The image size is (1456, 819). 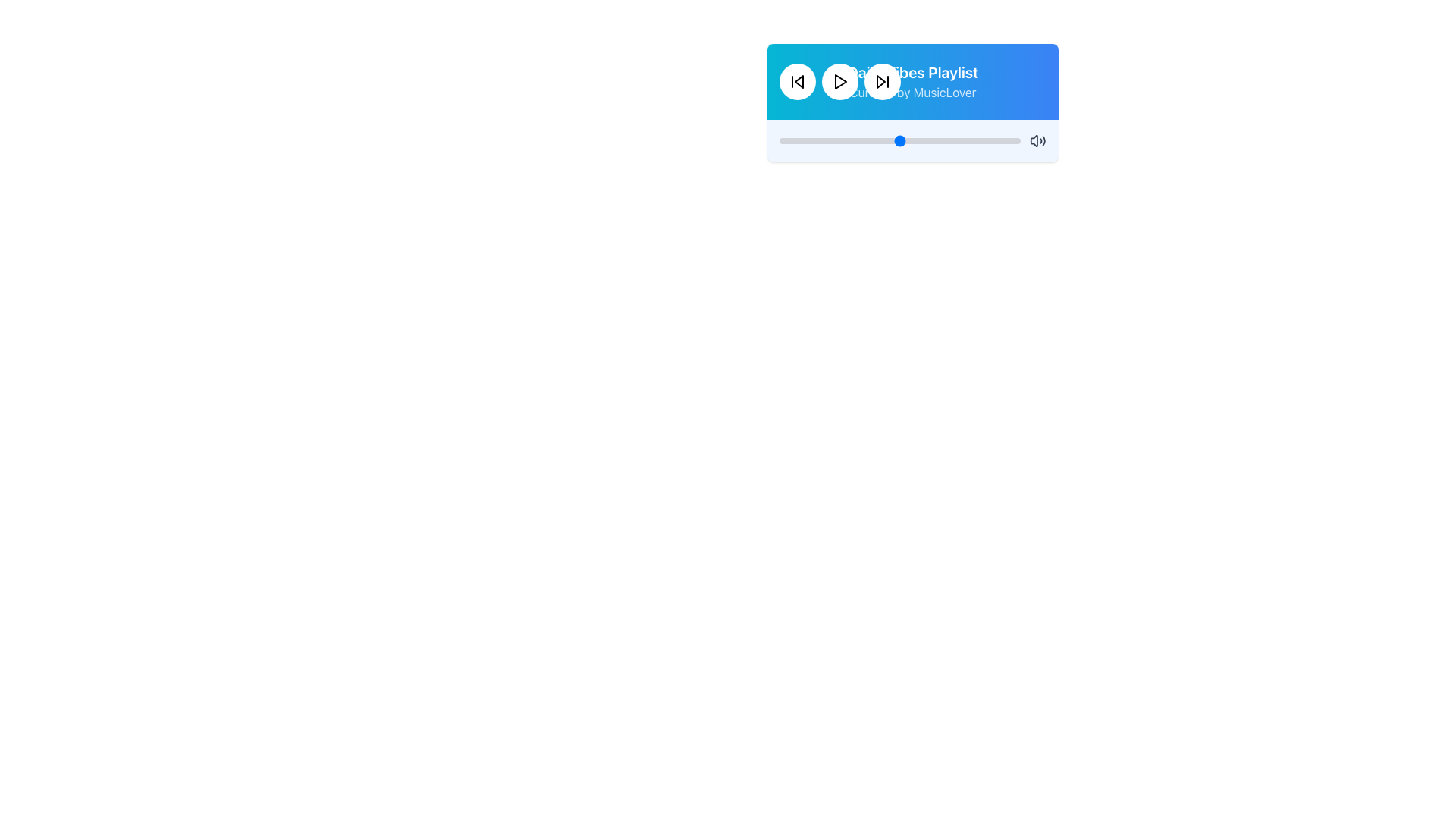 I want to click on the circular button with a white background and a black 'skip back' icon, so click(x=796, y=82).